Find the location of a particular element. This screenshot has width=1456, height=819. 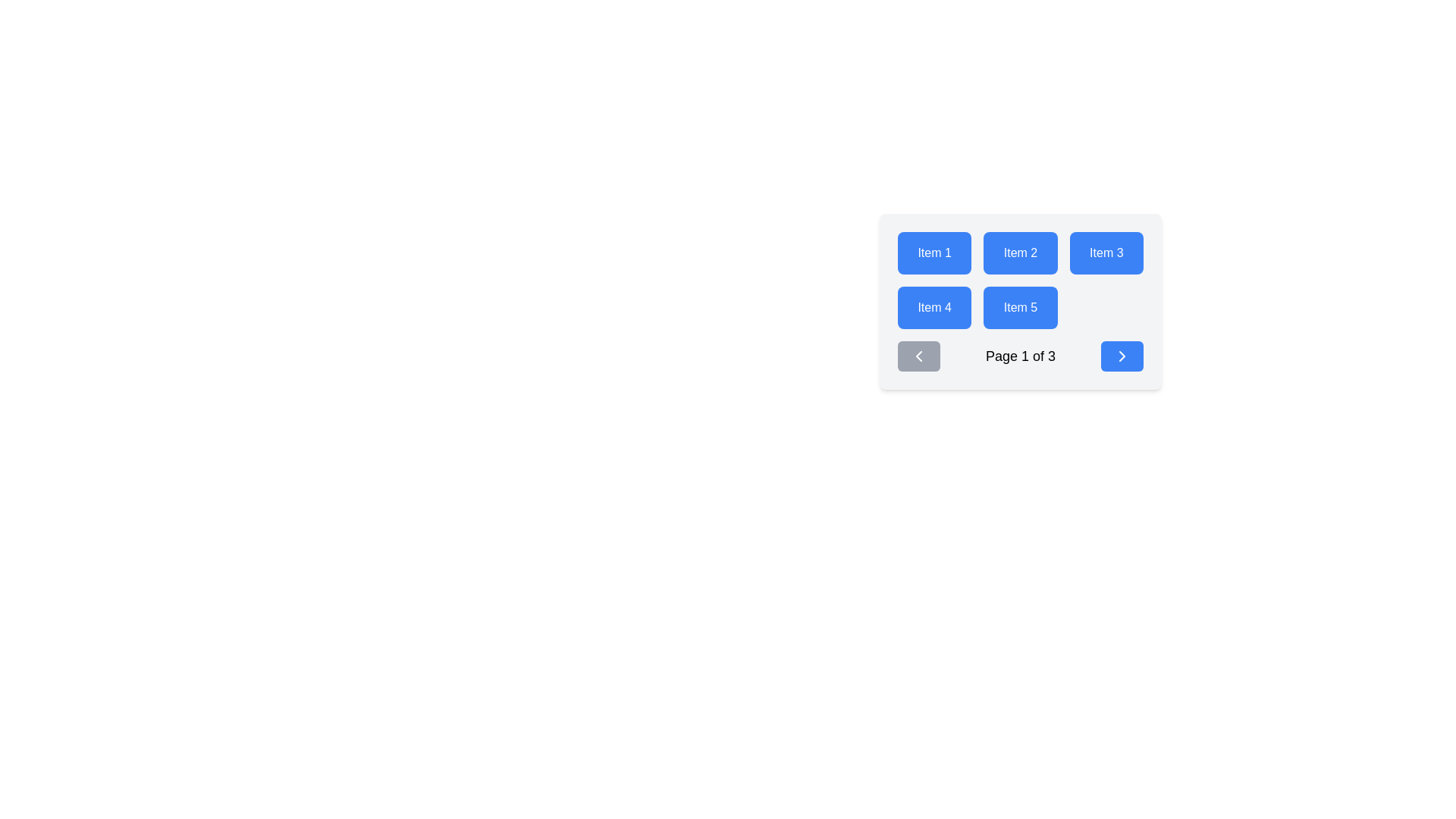

the rectangular button with a light gray background and a left-pointing chevron icon, located in the pagination area to the left of 'Page 1 of 3' is located at coordinates (918, 356).